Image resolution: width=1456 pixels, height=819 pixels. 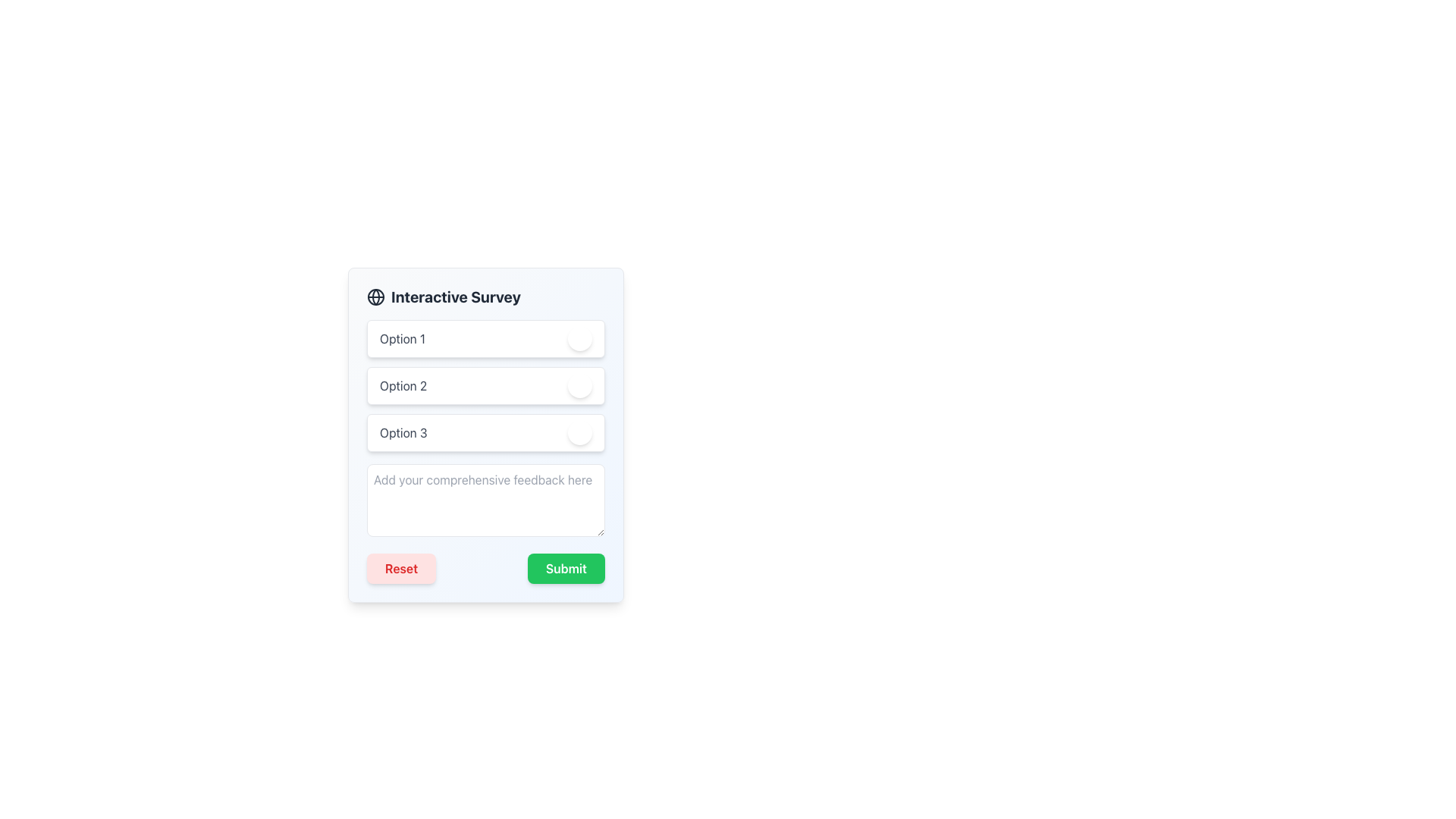 I want to click on the circular button located to the right of the list item labeled 'Option 1', so click(x=579, y=338).